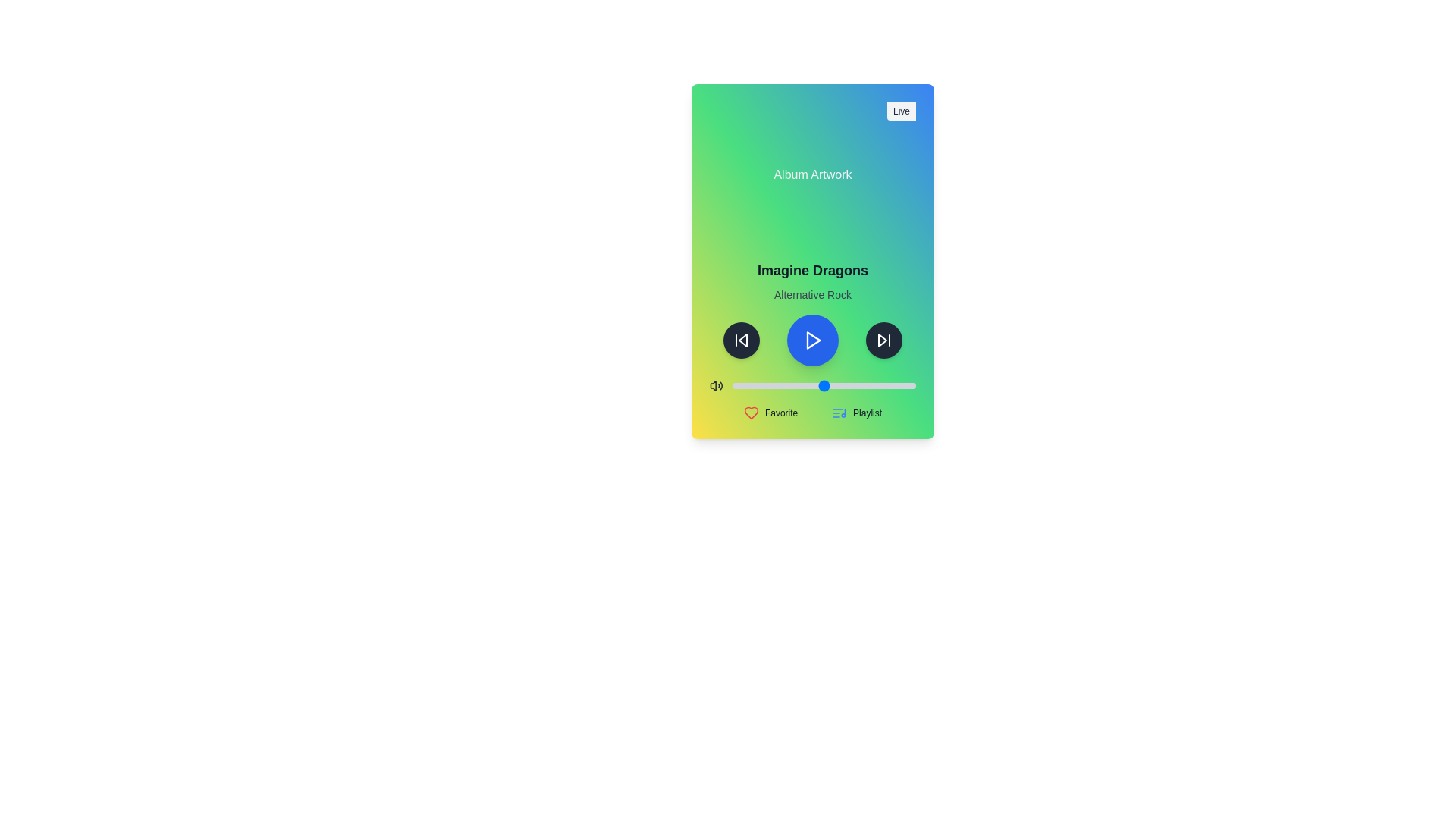 This screenshot has height=819, width=1456. I want to click on the 'Playlist' text label, so click(868, 413).